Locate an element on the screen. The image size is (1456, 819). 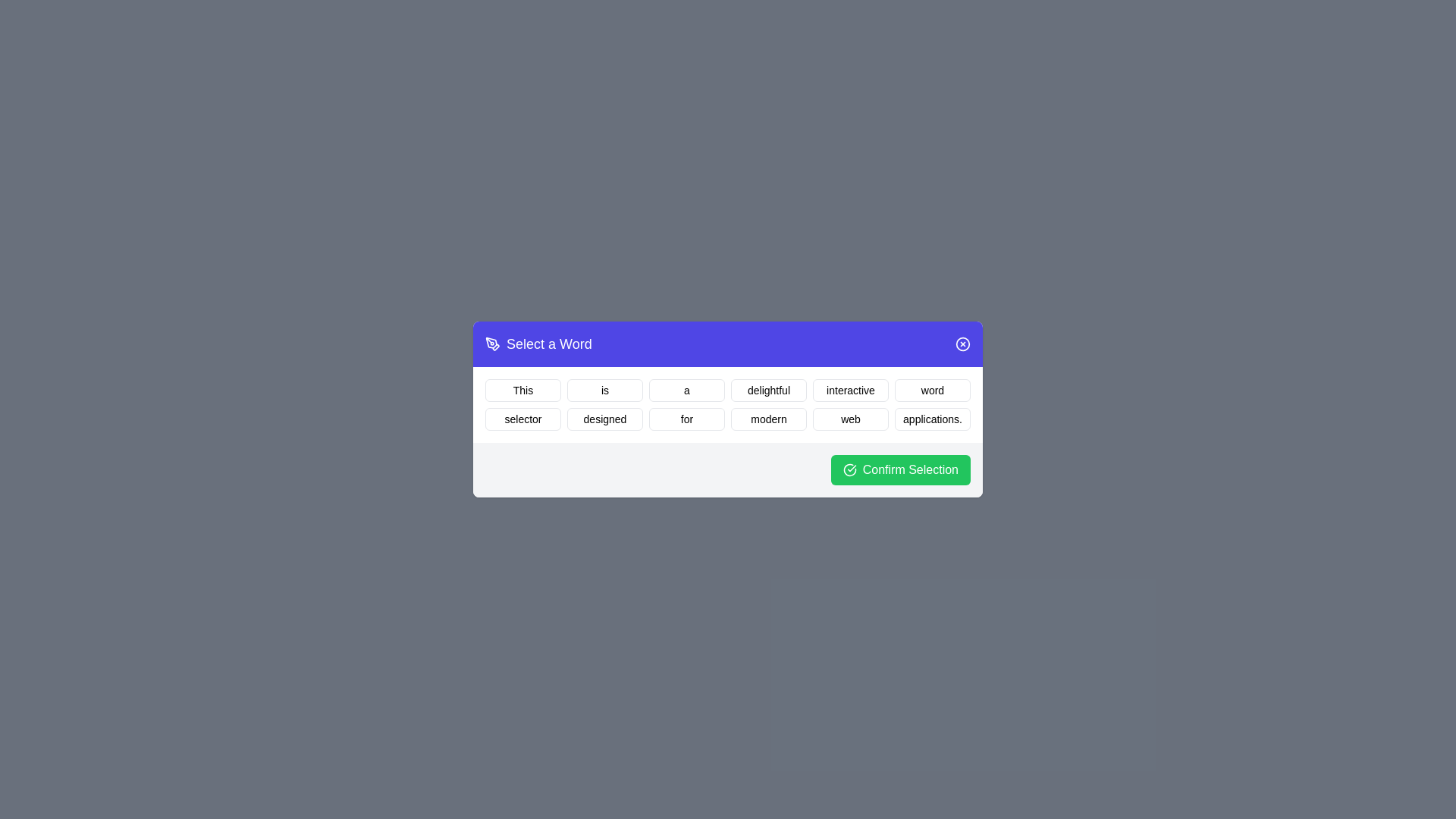
the displayed instructions and textual content by focusing on the dialog area is located at coordinates (728, 409).